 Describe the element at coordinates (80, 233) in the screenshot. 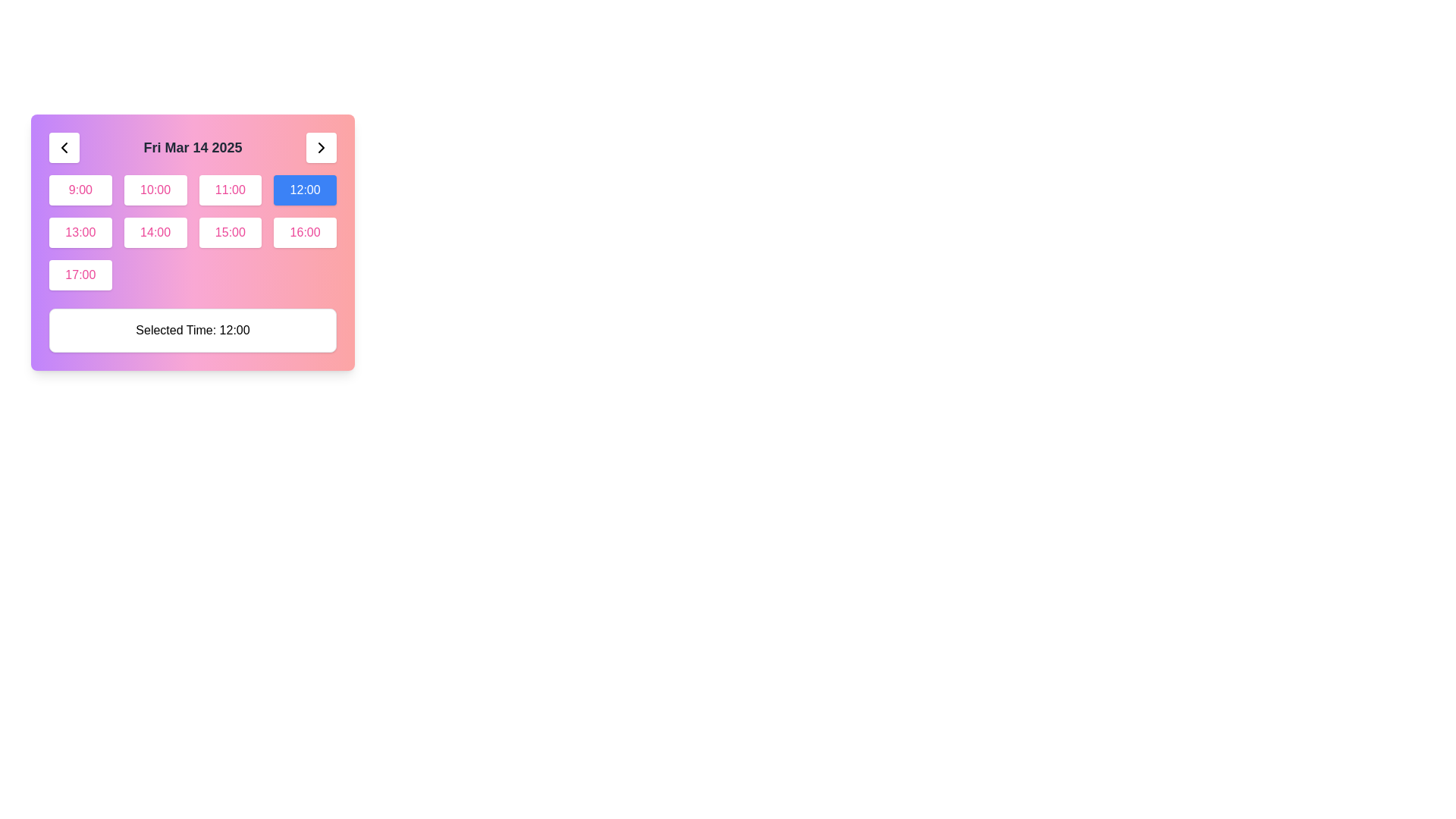

I see `the button that allows the user to select the time '13:00', located in the second row, leftmost position of a 4-column grid of time slots` at that location.